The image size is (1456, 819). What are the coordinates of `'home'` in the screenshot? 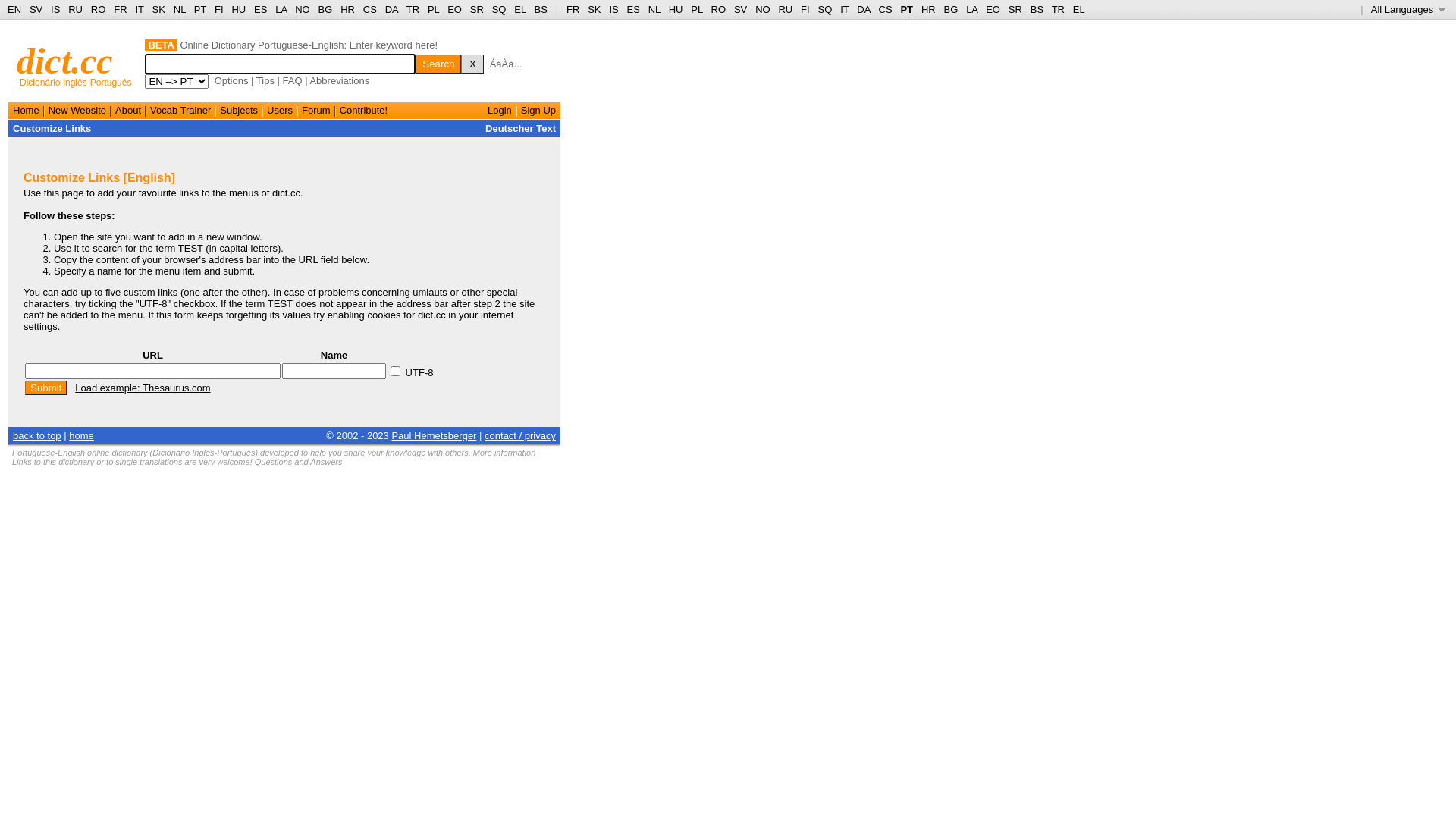 It's located at (68, 435).